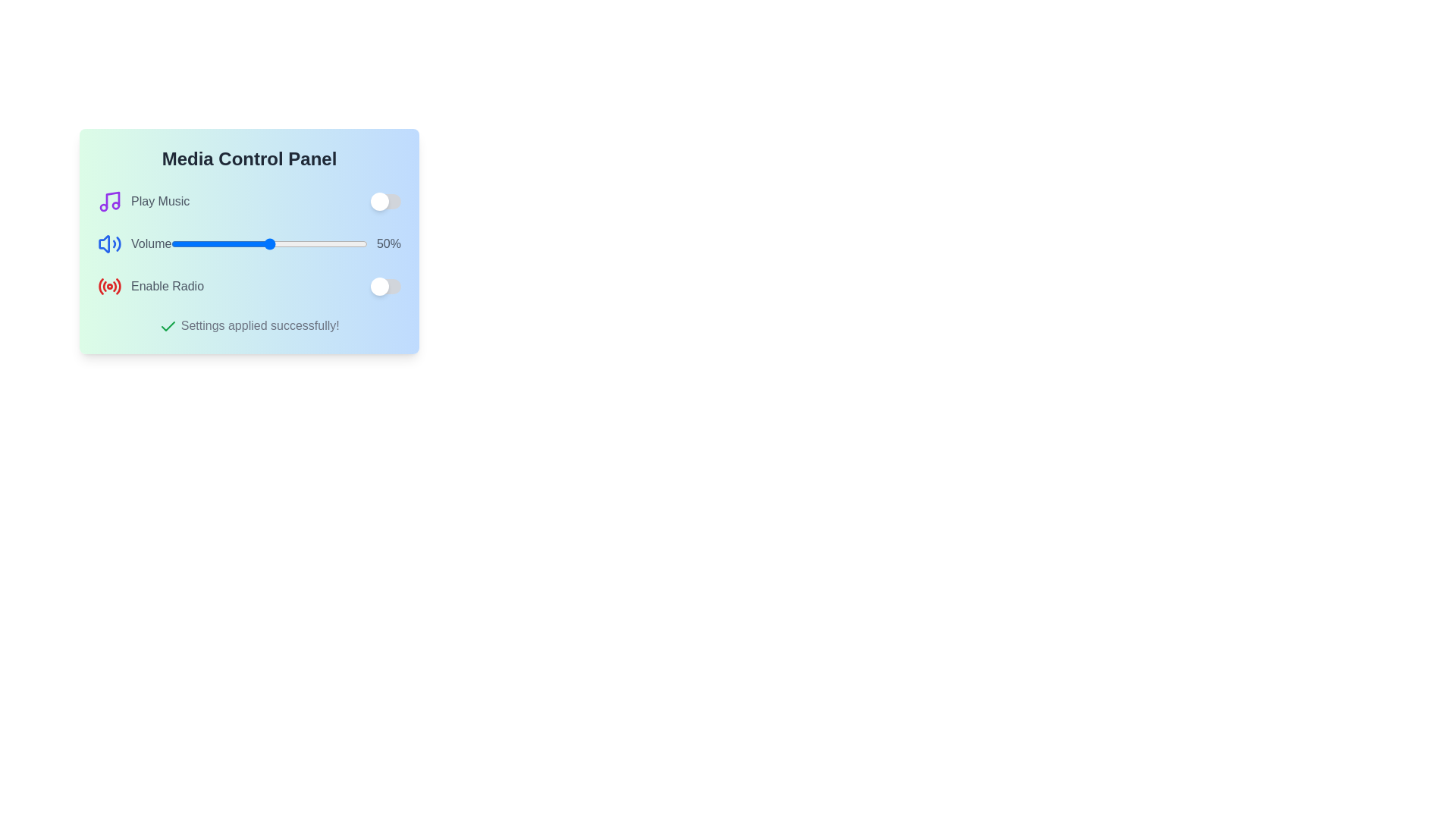 The height and width of the screenshot is (819, 1456). I want to click on the volume slider, so click(199, 243).